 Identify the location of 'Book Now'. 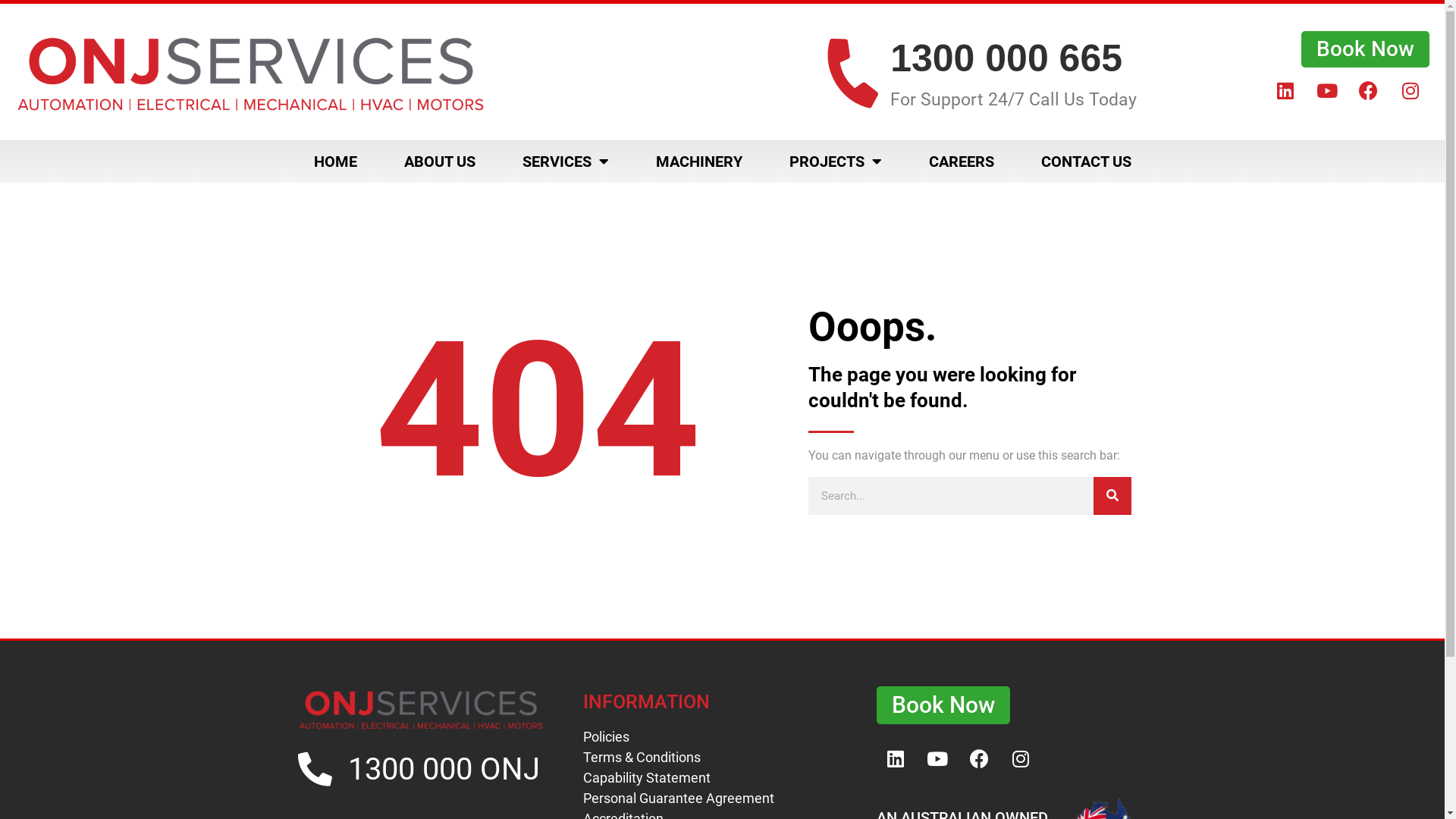
(942, 704).